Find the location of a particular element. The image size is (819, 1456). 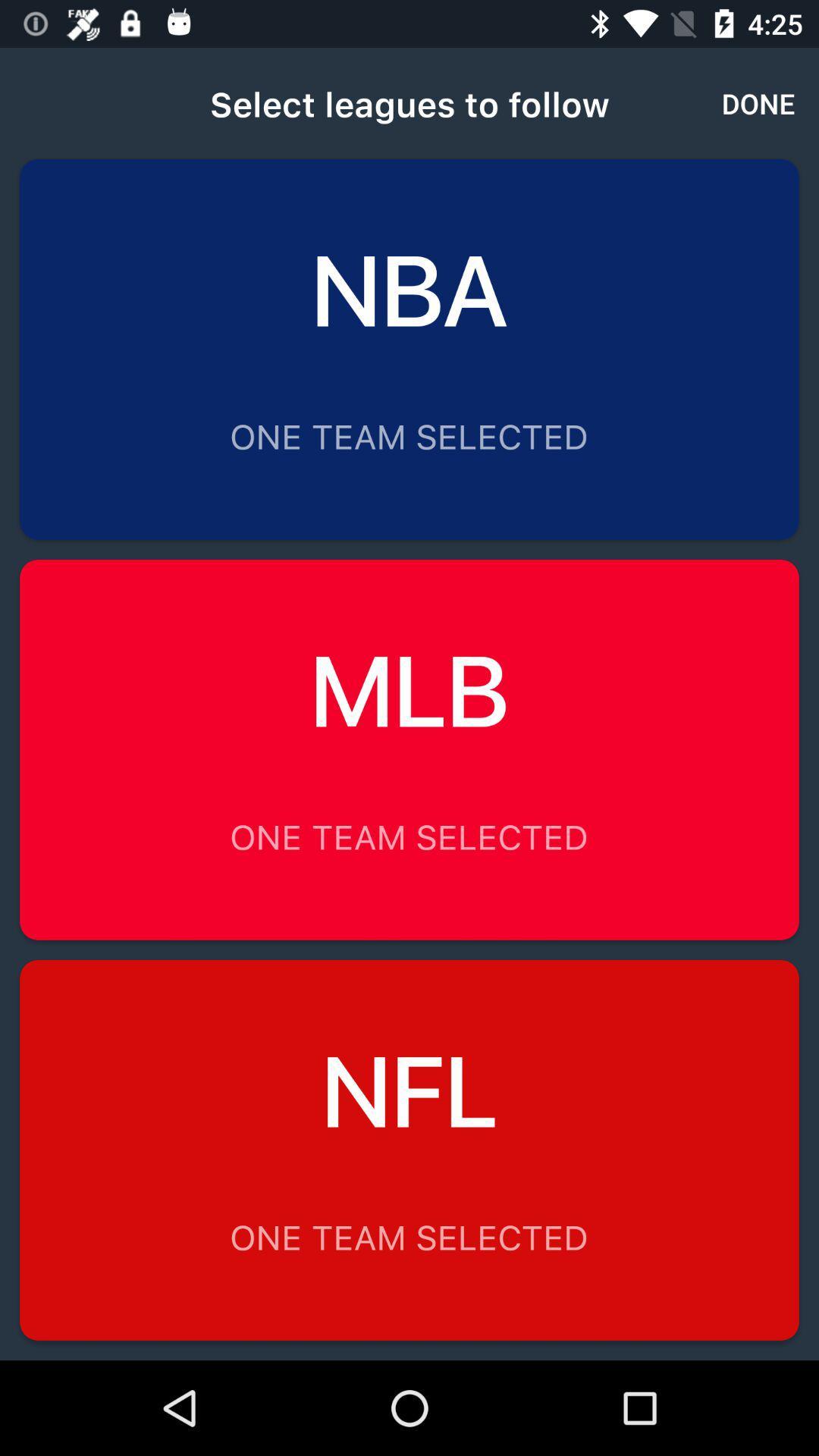

the icon to the right of select leagues to item is located at coordinates (758, 102).